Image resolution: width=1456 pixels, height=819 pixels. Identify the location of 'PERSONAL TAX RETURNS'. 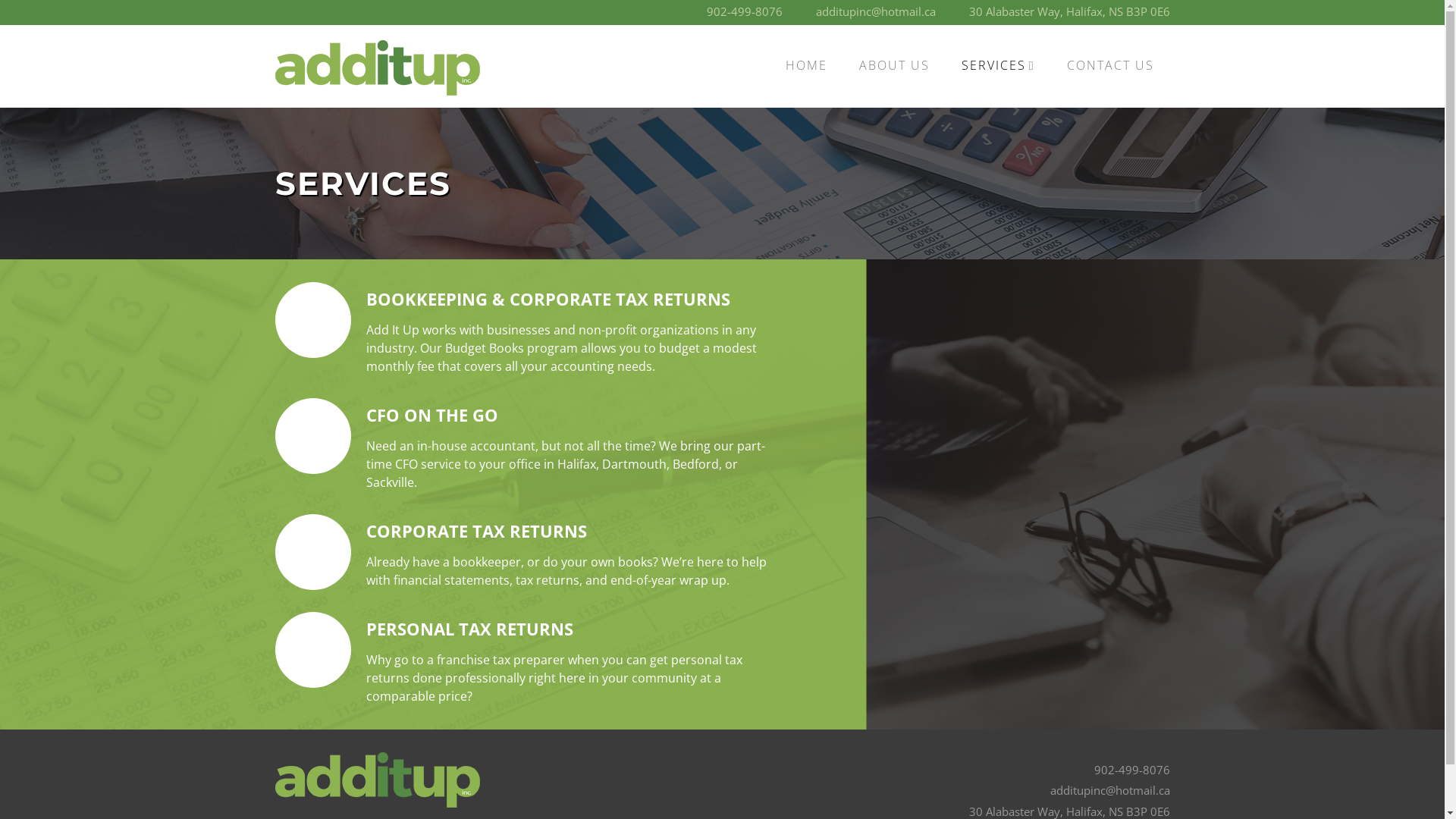
(468, 629).